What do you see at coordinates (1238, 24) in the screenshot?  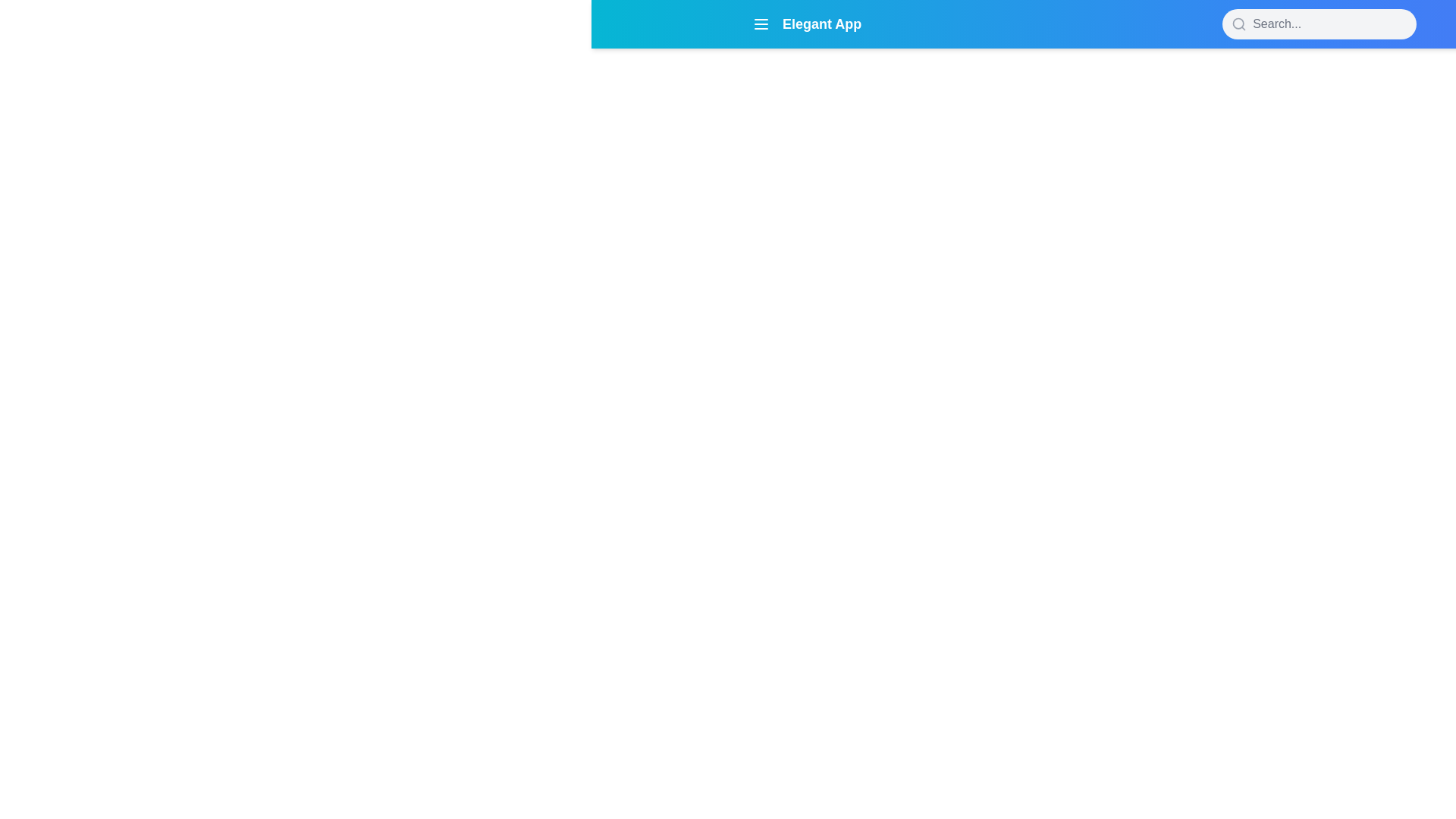 I see `the decorative Circle element that is part of the search icon located in the top-right corner of the interface` at bounding box center [1238, 24].